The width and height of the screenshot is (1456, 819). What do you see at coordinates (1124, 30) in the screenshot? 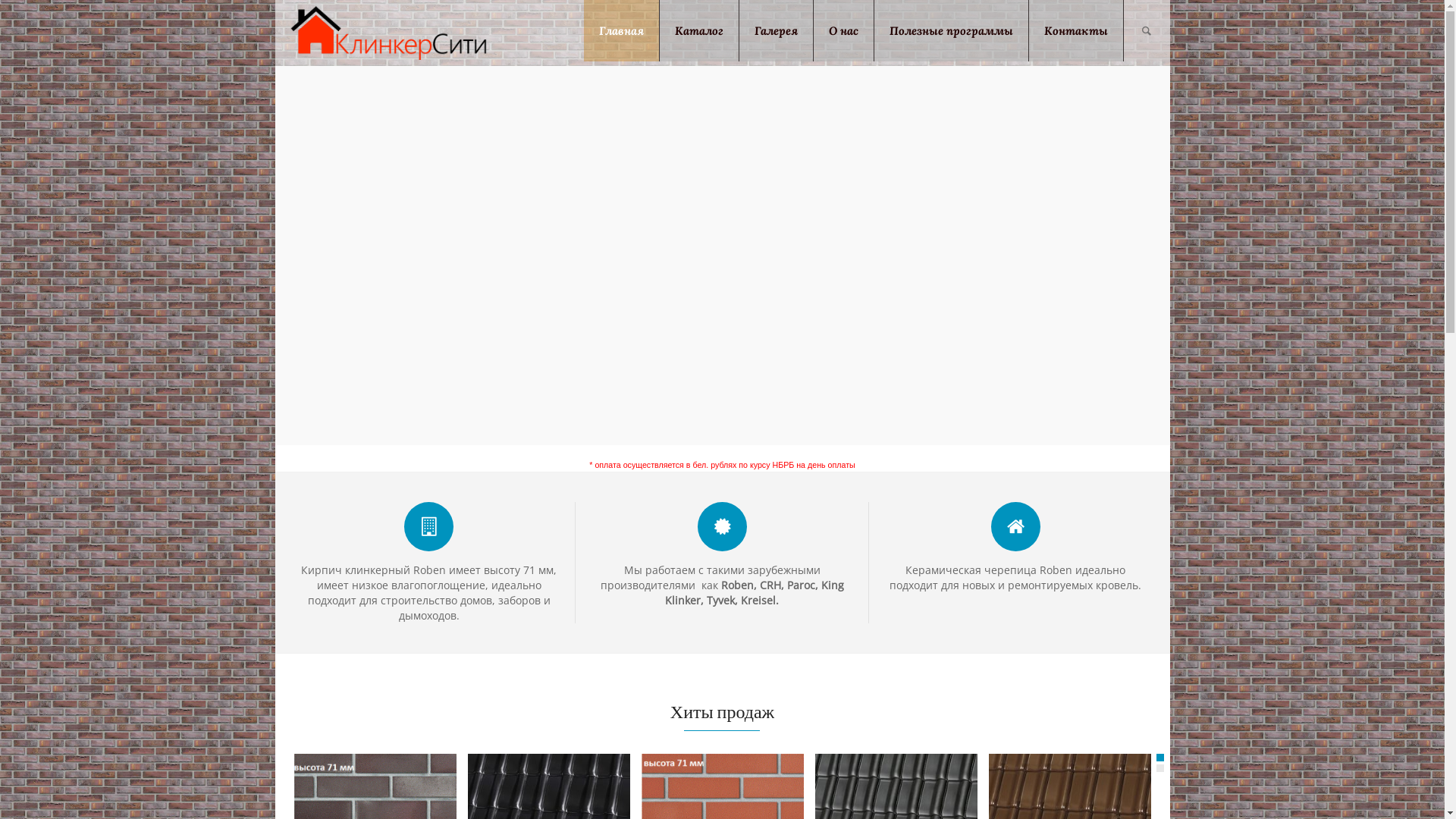
I see `'Search'` at bounding box center [1124, 30].